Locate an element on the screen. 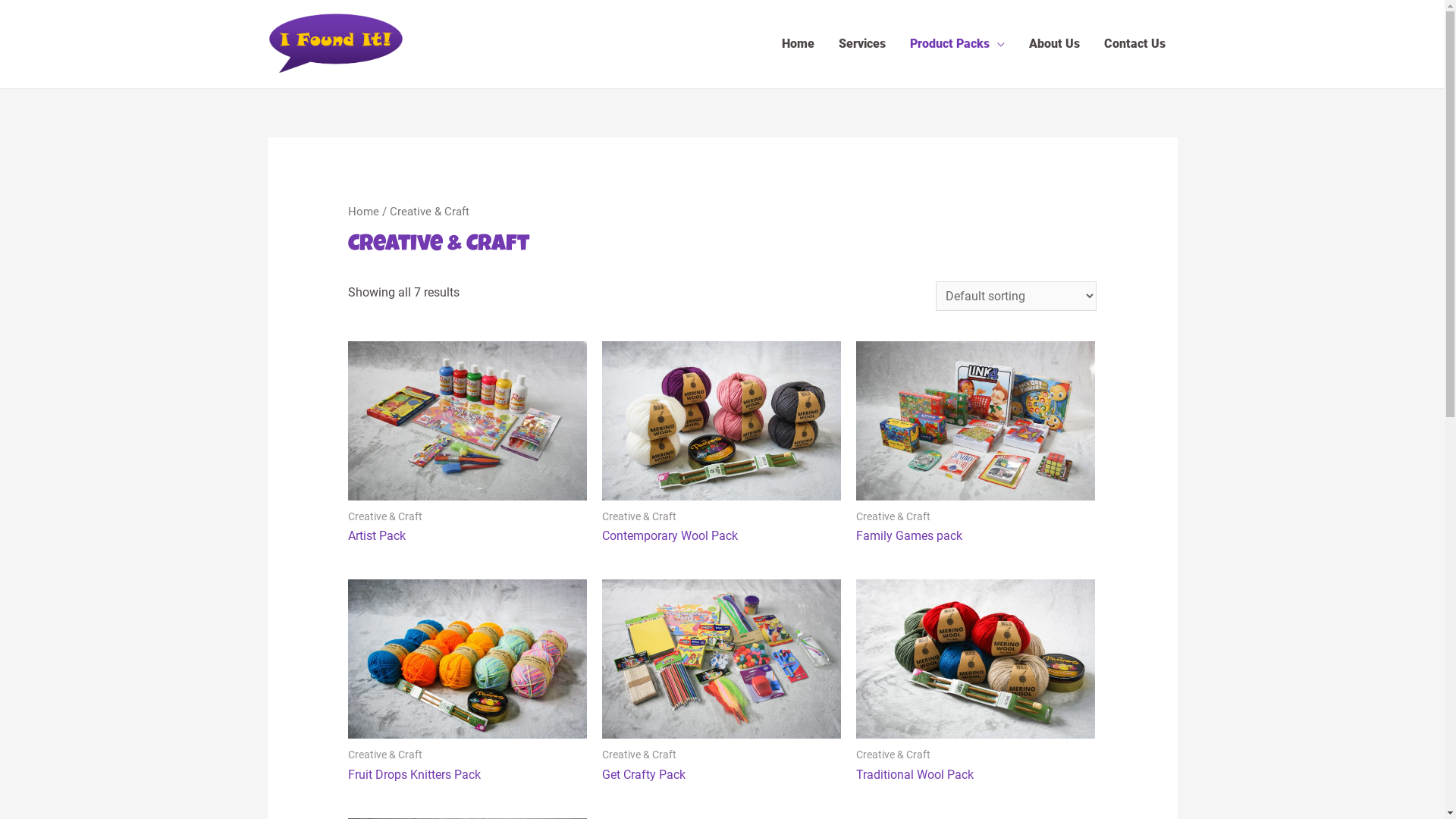 The width and height of the screenshot is (1456, 819). 'Contact Us' is located at coordinates (1134, 42).